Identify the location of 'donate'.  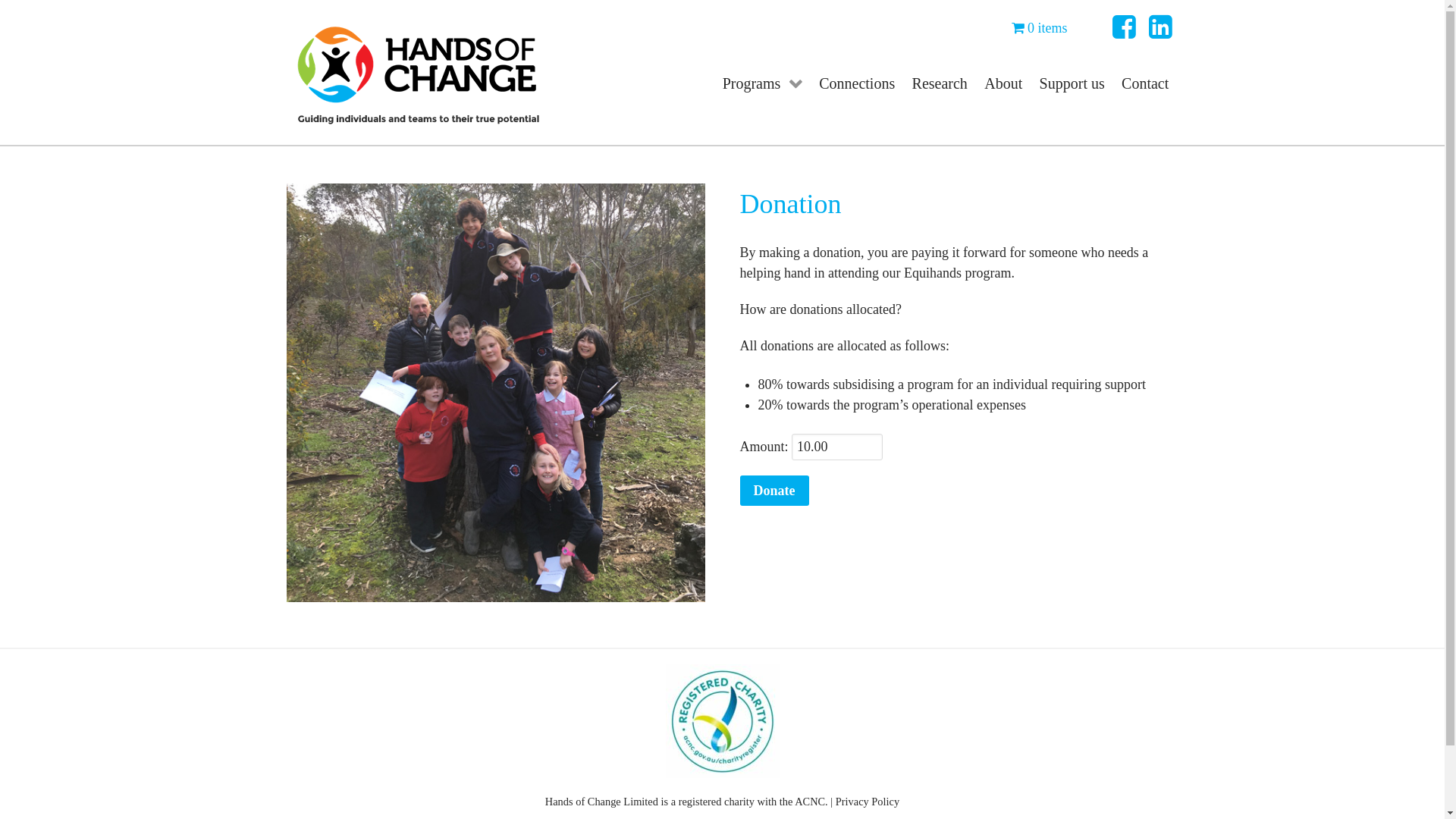
(495, 391).